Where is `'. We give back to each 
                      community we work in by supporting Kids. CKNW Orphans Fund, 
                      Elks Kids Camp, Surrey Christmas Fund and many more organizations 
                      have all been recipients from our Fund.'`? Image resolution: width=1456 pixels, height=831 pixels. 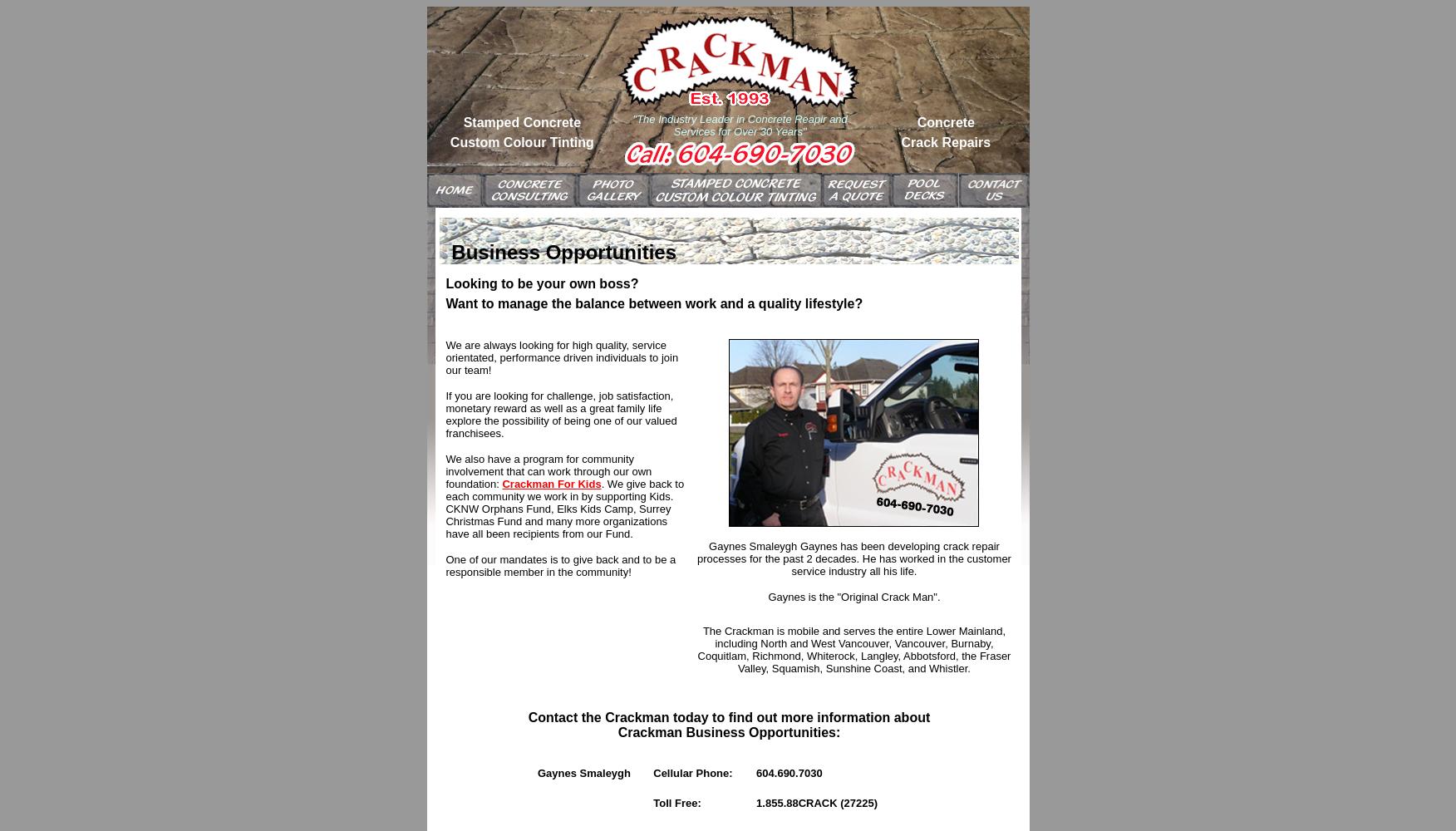
'. We give back to each 
                      community we work in by supporting Kids. CKNW Orphans Fund, 
                      Elks Kids Camp, Surrey Christmas Fund and many more organizations 
                      have all been recipients from our Fund.' is located at coordinates (563, 508).